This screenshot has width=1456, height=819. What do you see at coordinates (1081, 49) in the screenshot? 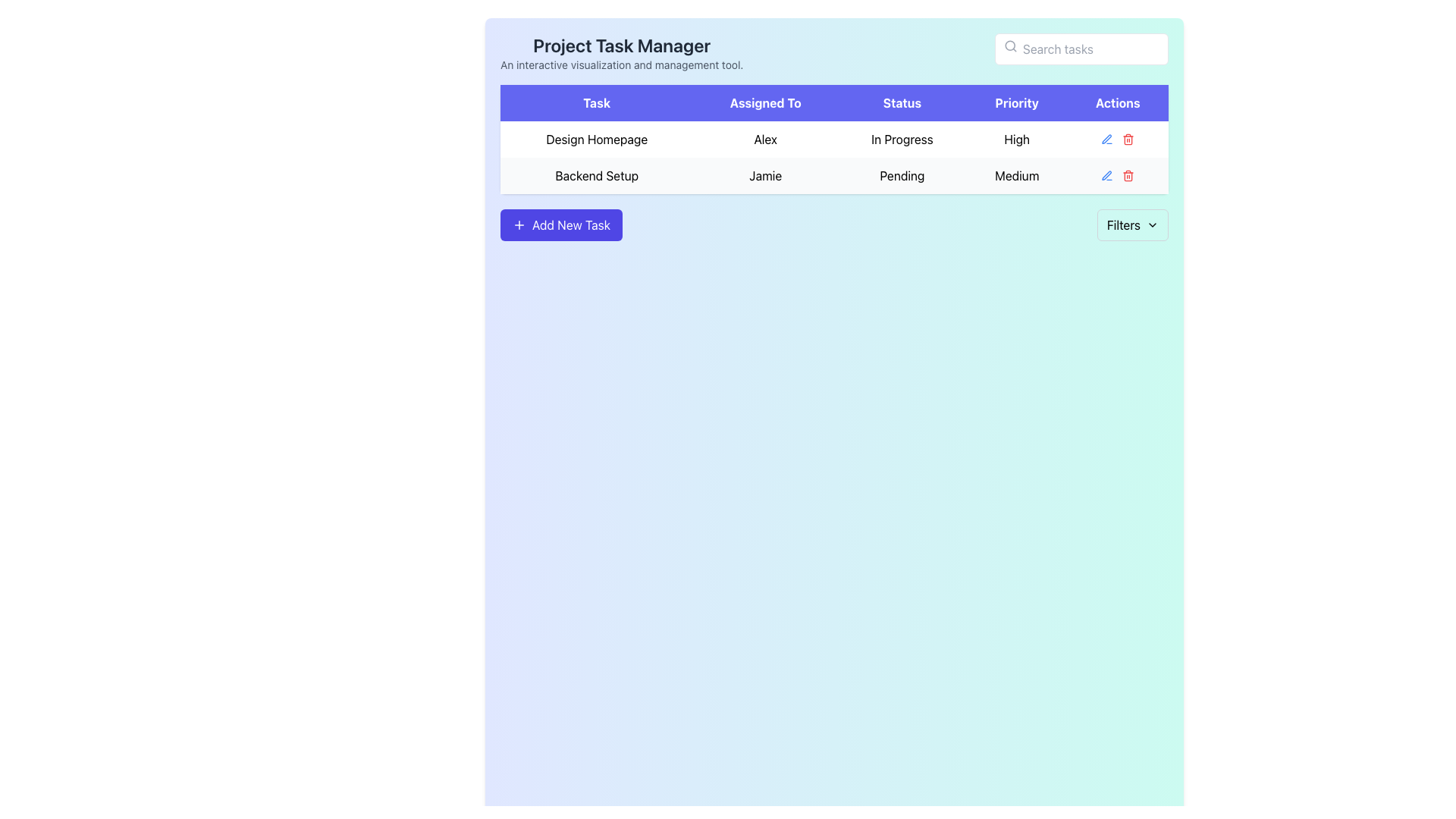
I see `on the text input box located in the top-right area of the interface` at bounding box center [1081, 49].